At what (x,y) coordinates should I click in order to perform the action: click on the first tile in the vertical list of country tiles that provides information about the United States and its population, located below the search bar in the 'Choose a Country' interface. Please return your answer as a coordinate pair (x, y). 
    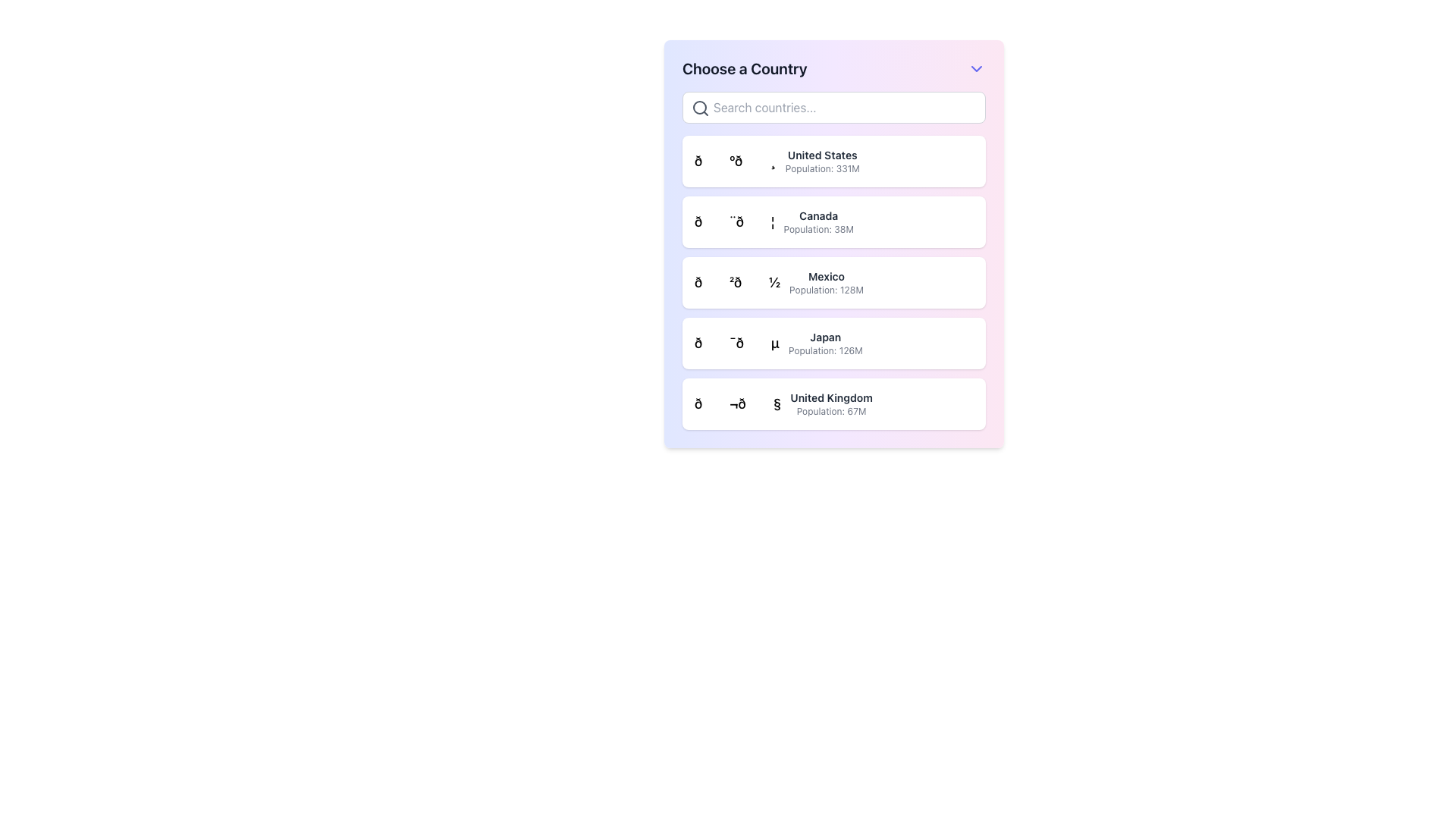
    Looking at the image, I should click on (833, 161).